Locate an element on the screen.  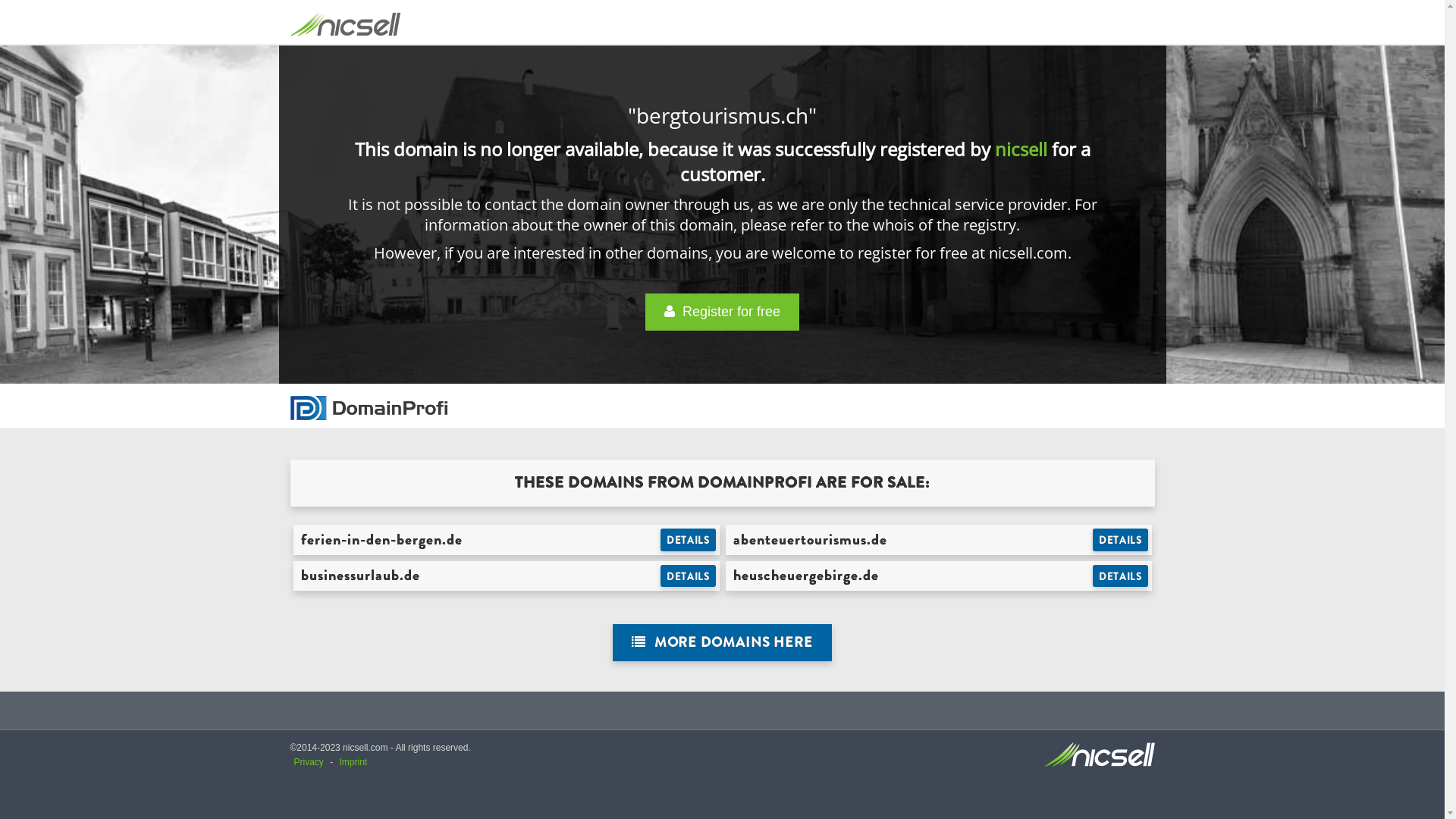
'  MORE DOMAINS HERE' is located at coordinates (721, 642).